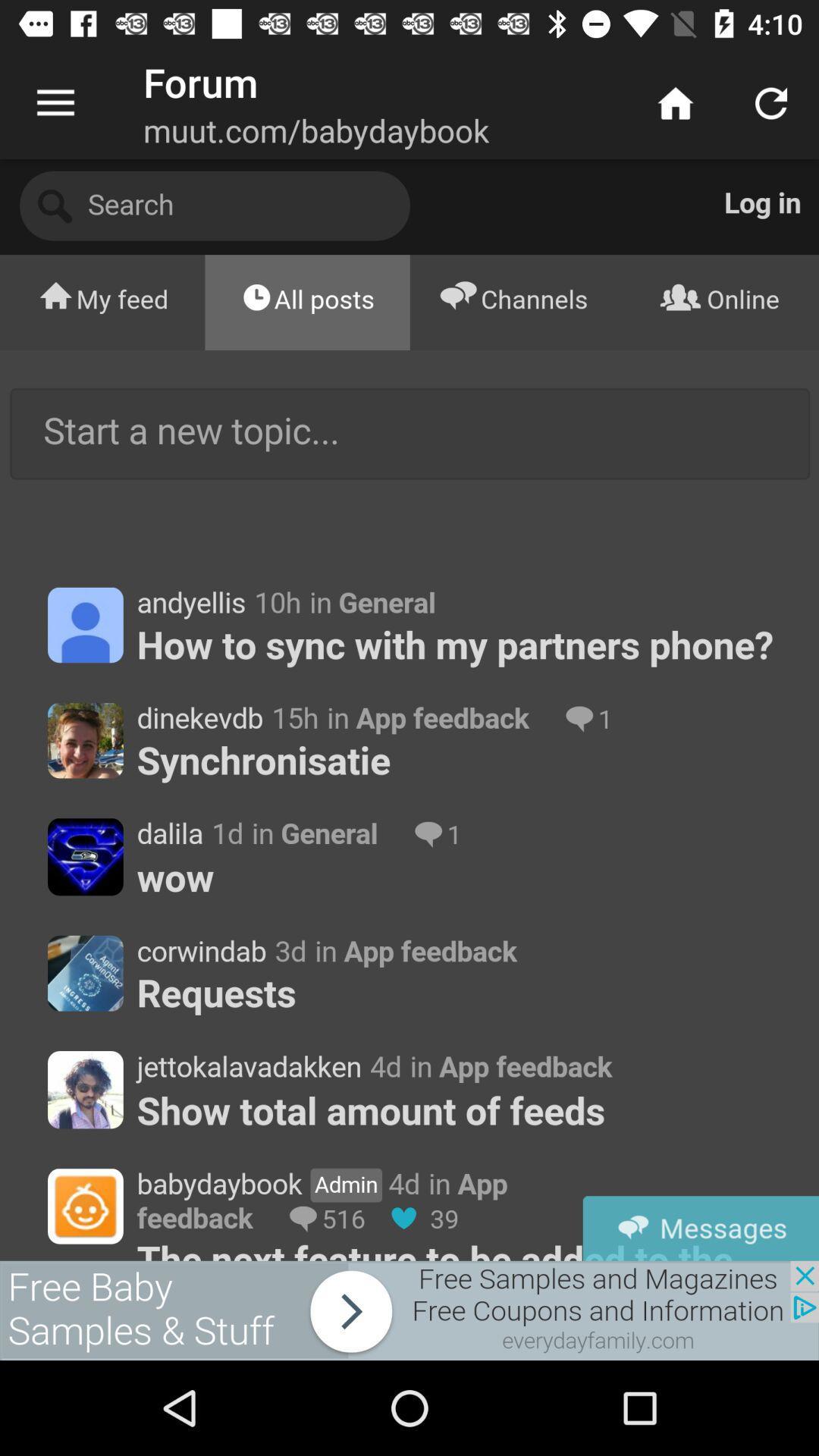 Image resolution: width=819 pixels, height=1456 pixels. Describe the element at coordinates (409, 1310) in the screenshot. I see `view advertisements options` at that location.